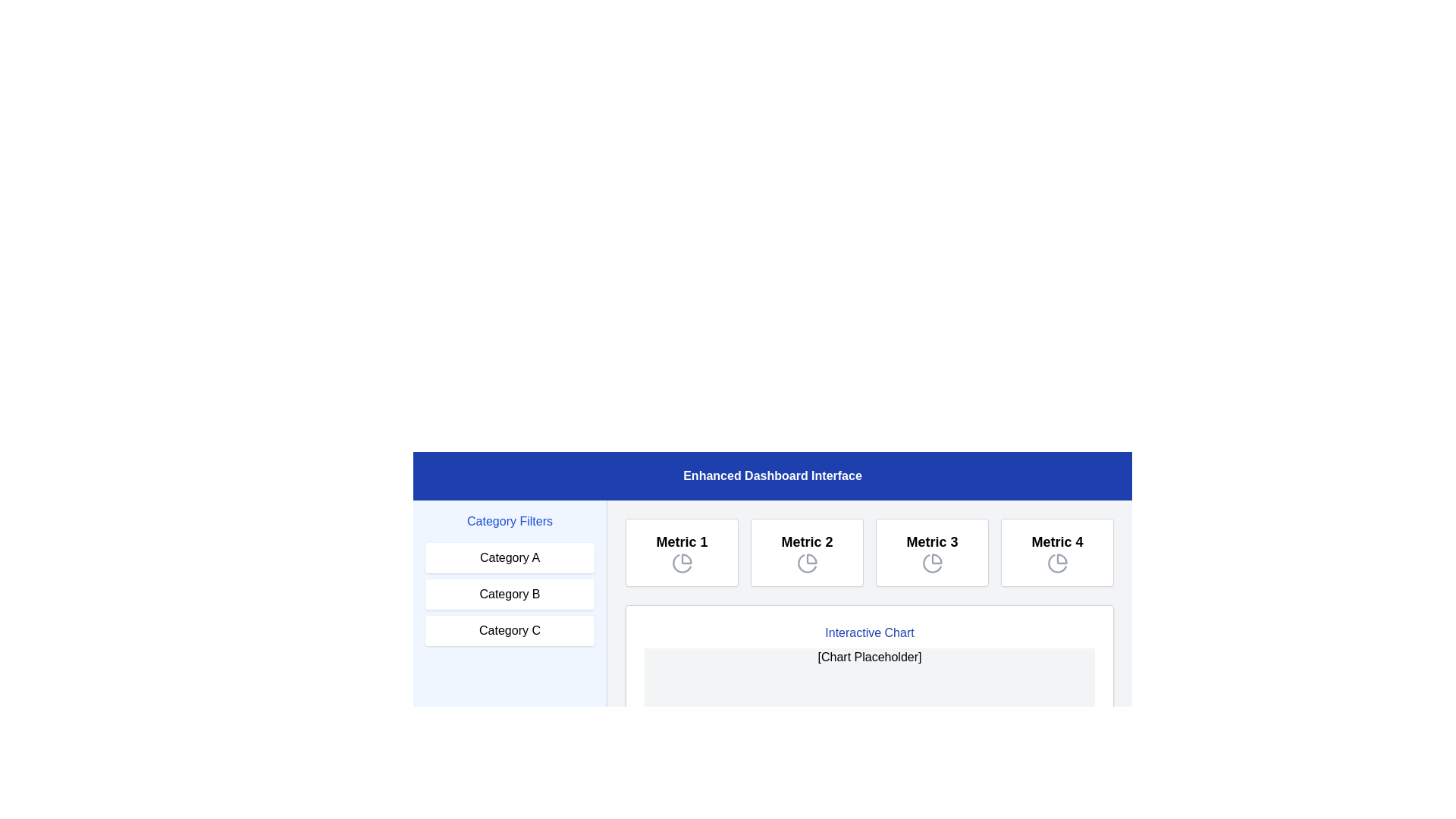 The image size is (1456, 819). What do you see at coordinates (931, 541) in the screenshot?
I see `the text label displaying 'Metric 3' in bold font style, which is located in the third card of a row of four similar cards` at bounding box center [931, 541].